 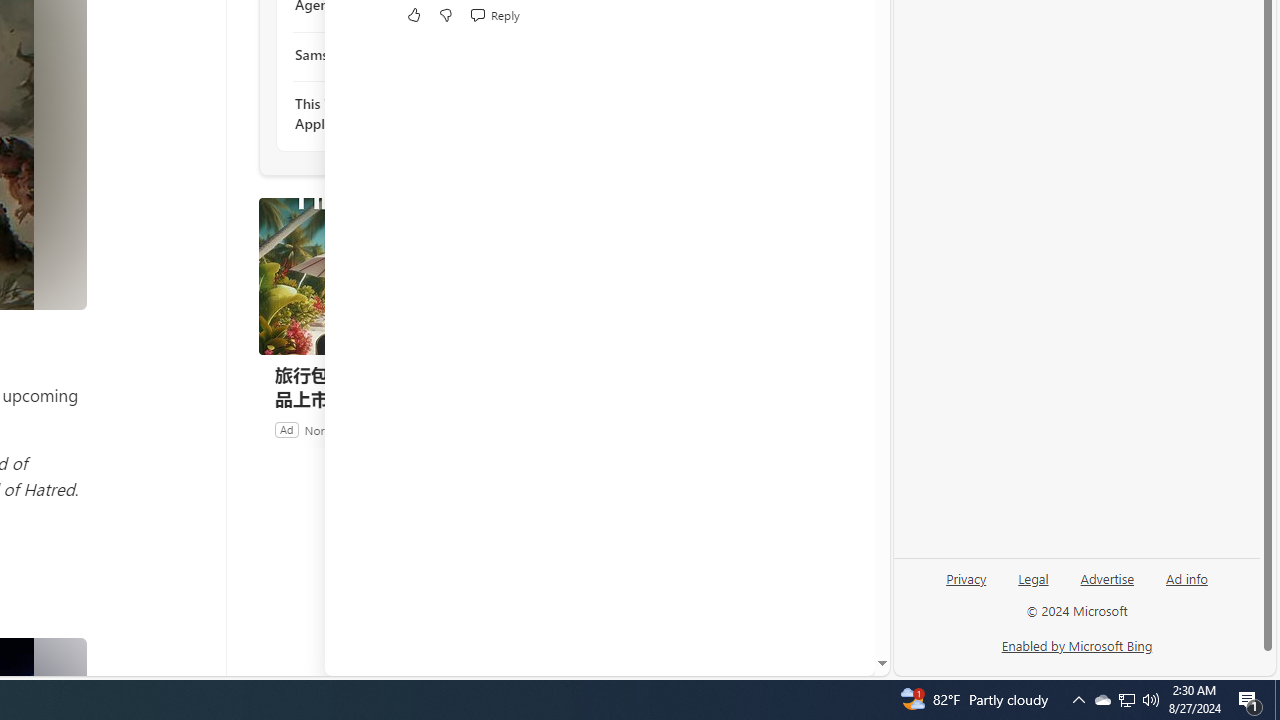 I want to click on 'Reply Reply Comment', so click(x=494, y=15).